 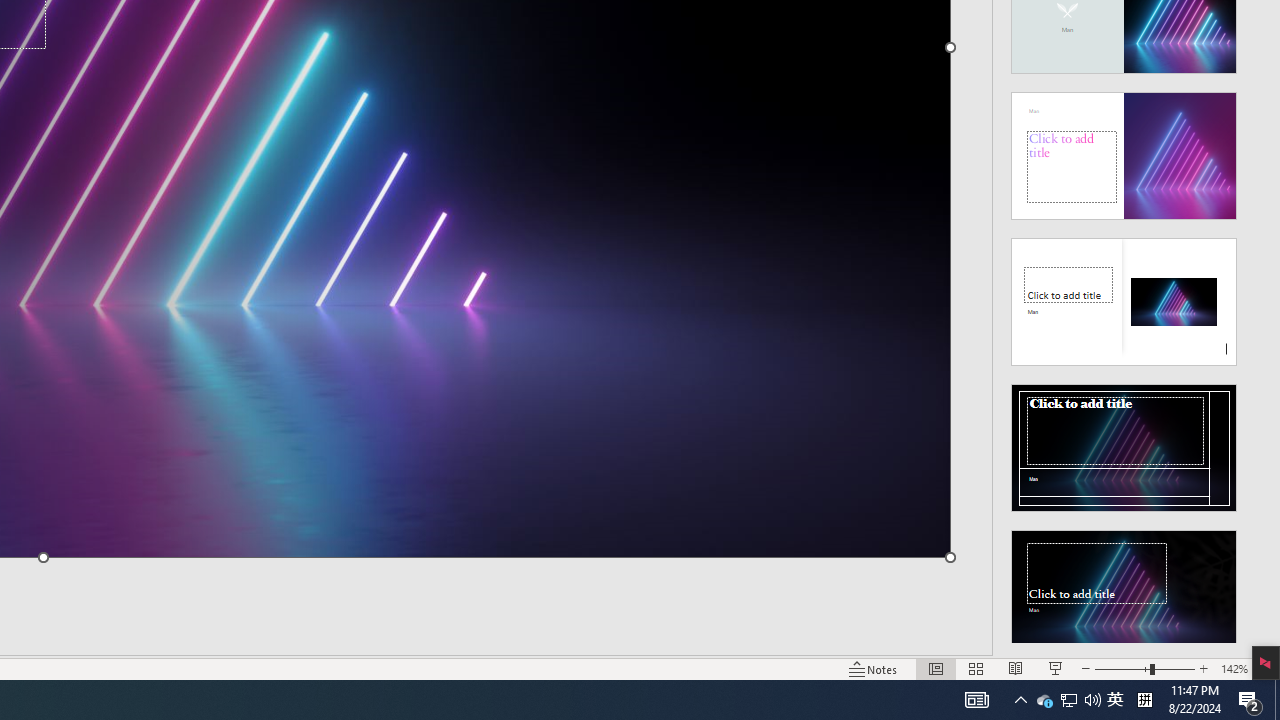 What do you see at coordinates (977, 698) in the screenshot?
I see `'AutomationID: 4105'` at bounding box center [977, 698].